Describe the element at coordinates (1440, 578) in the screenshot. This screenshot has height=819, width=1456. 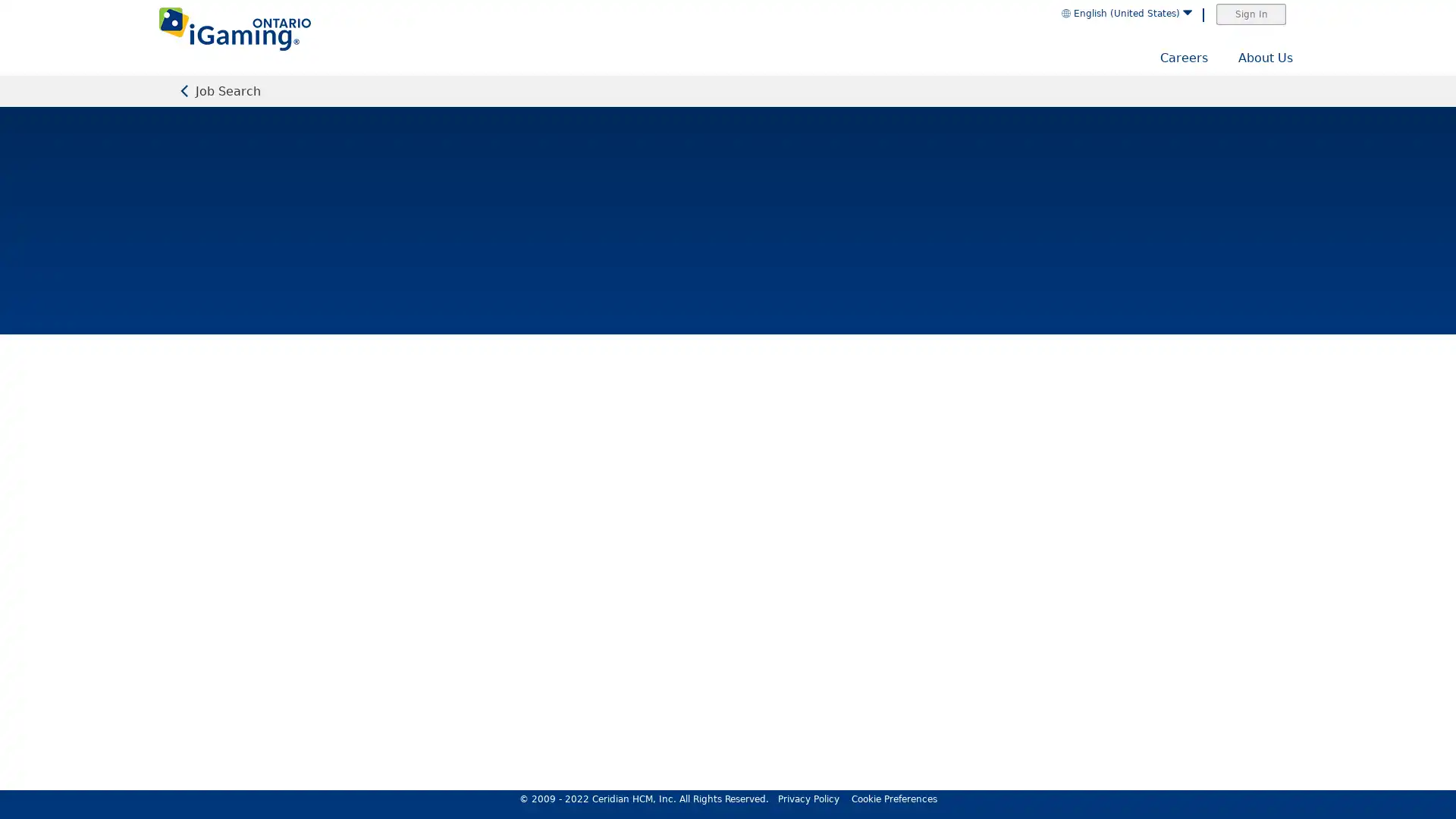
I see `Cancel` at that location.